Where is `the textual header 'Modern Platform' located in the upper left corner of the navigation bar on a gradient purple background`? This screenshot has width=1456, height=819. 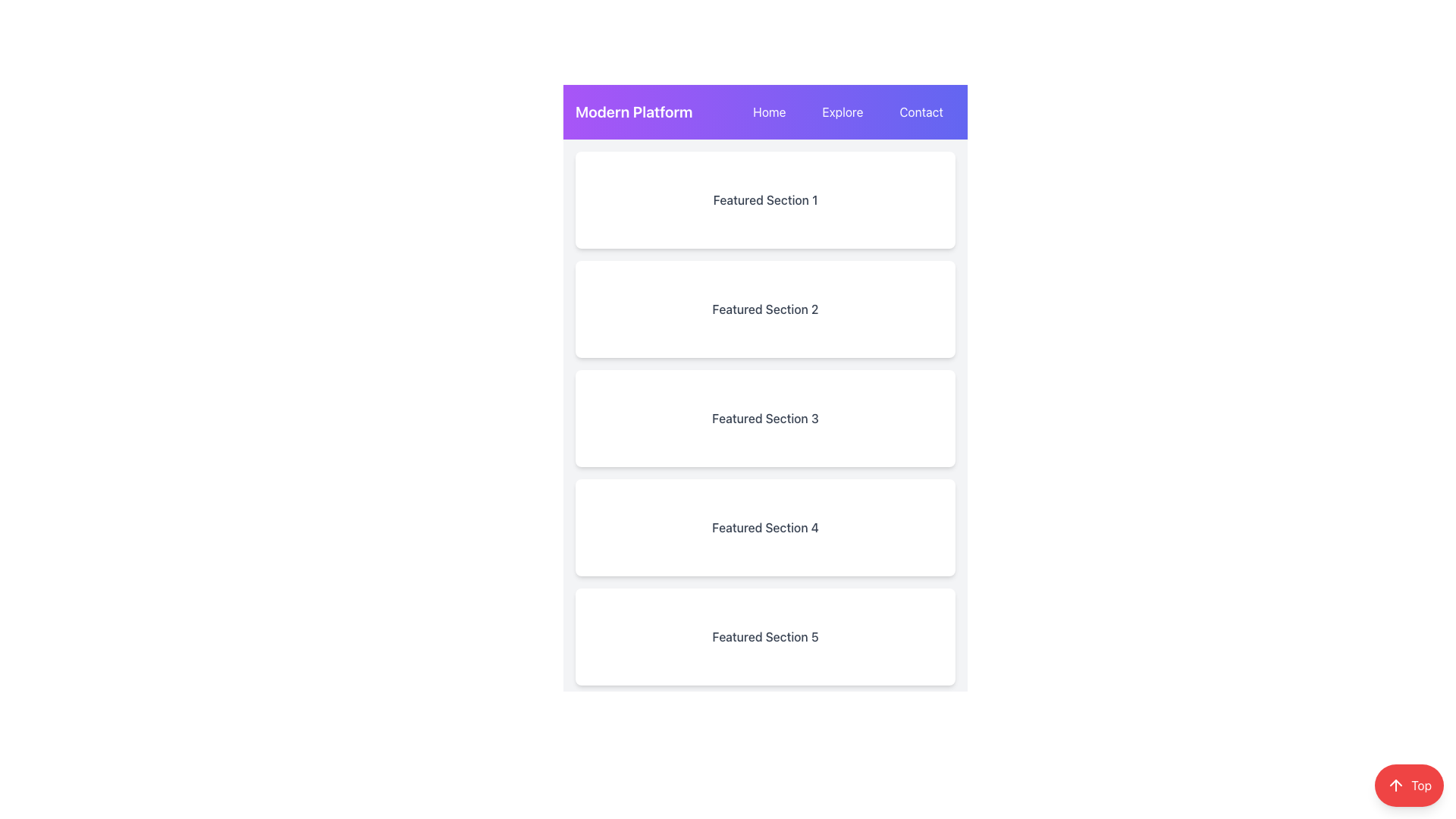
the textual header 'Modern Platform' located in the upper left corner of the navigation bar on a gradient purple background is located at coordinates (634, 111).